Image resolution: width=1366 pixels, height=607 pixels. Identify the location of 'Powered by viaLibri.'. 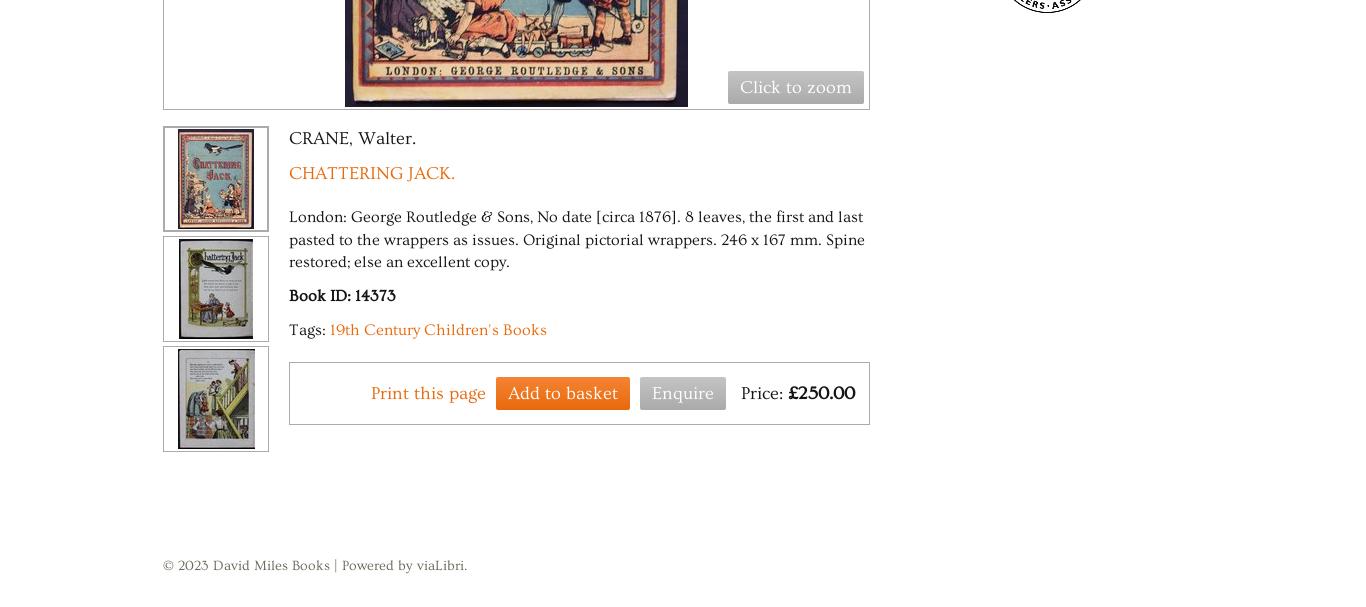
(342, 566).